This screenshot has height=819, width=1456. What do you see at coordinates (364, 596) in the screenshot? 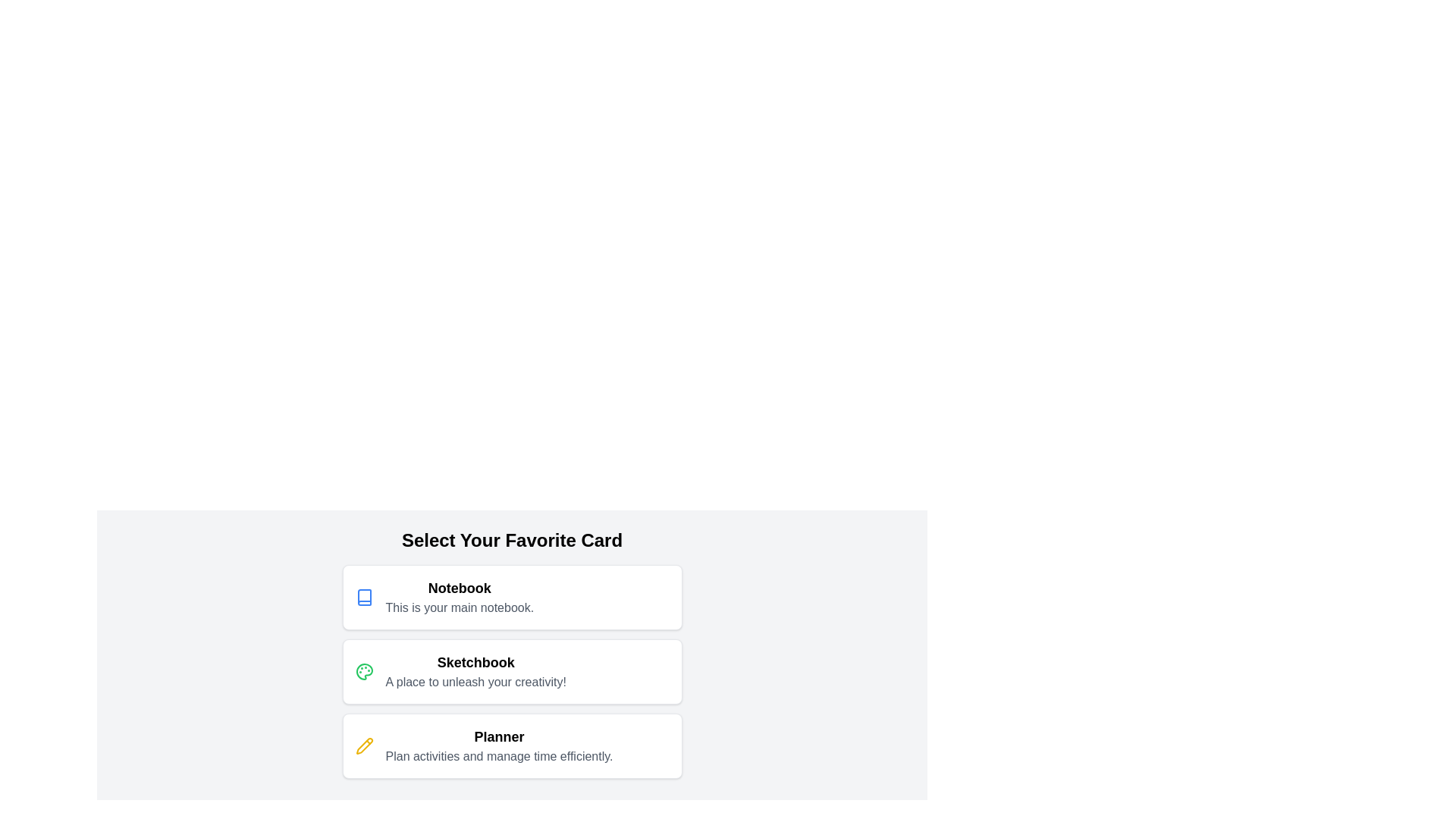
I see `the blue outlined book icon located on the left side of the first card in the list, part of the 'Notebook' entry, just before the title text` at bounding box center [364, 596].